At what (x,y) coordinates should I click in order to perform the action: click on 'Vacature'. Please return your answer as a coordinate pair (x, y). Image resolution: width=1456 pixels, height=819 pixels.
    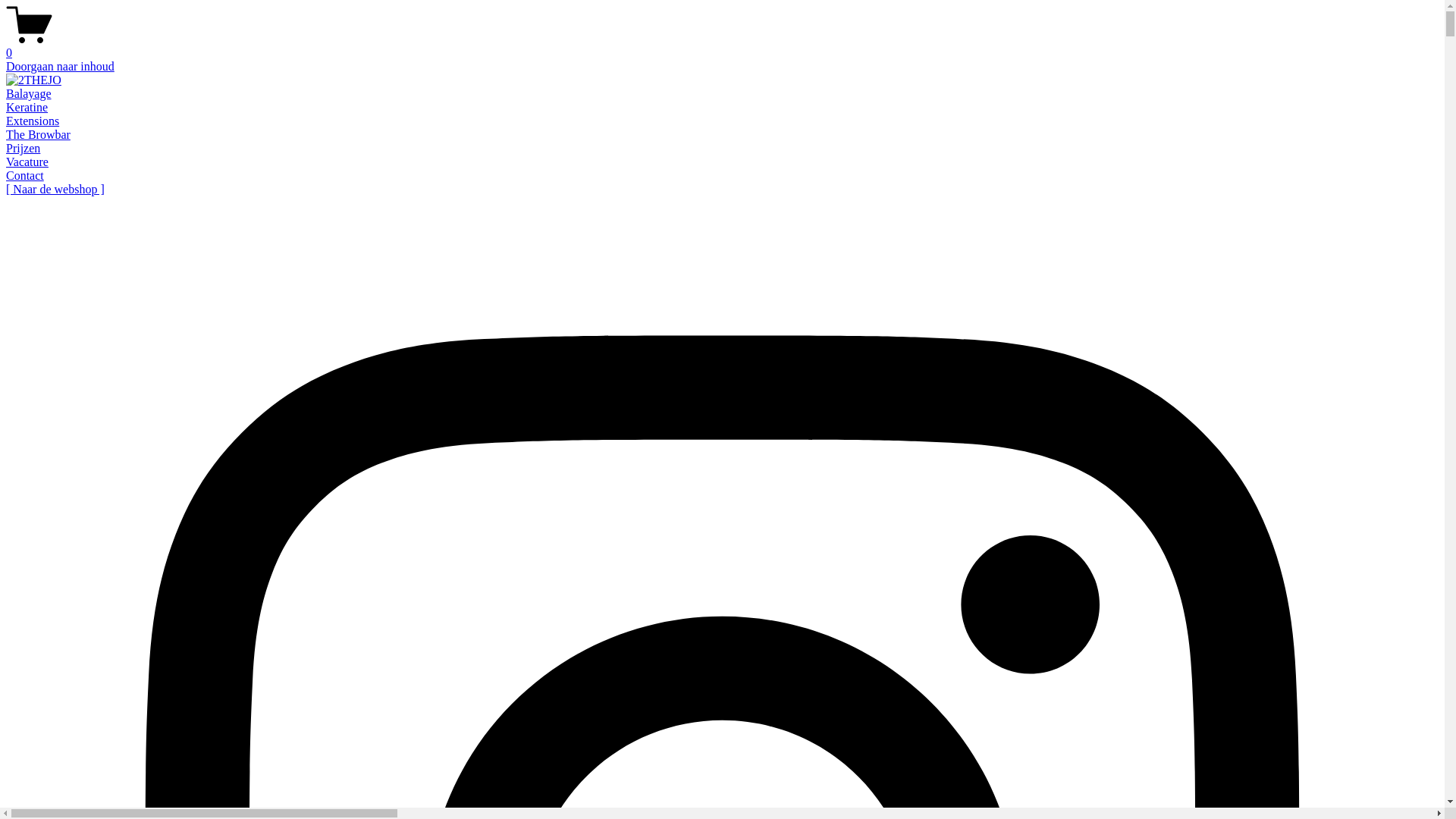
    Looking at the image, I should click on (6, 162).